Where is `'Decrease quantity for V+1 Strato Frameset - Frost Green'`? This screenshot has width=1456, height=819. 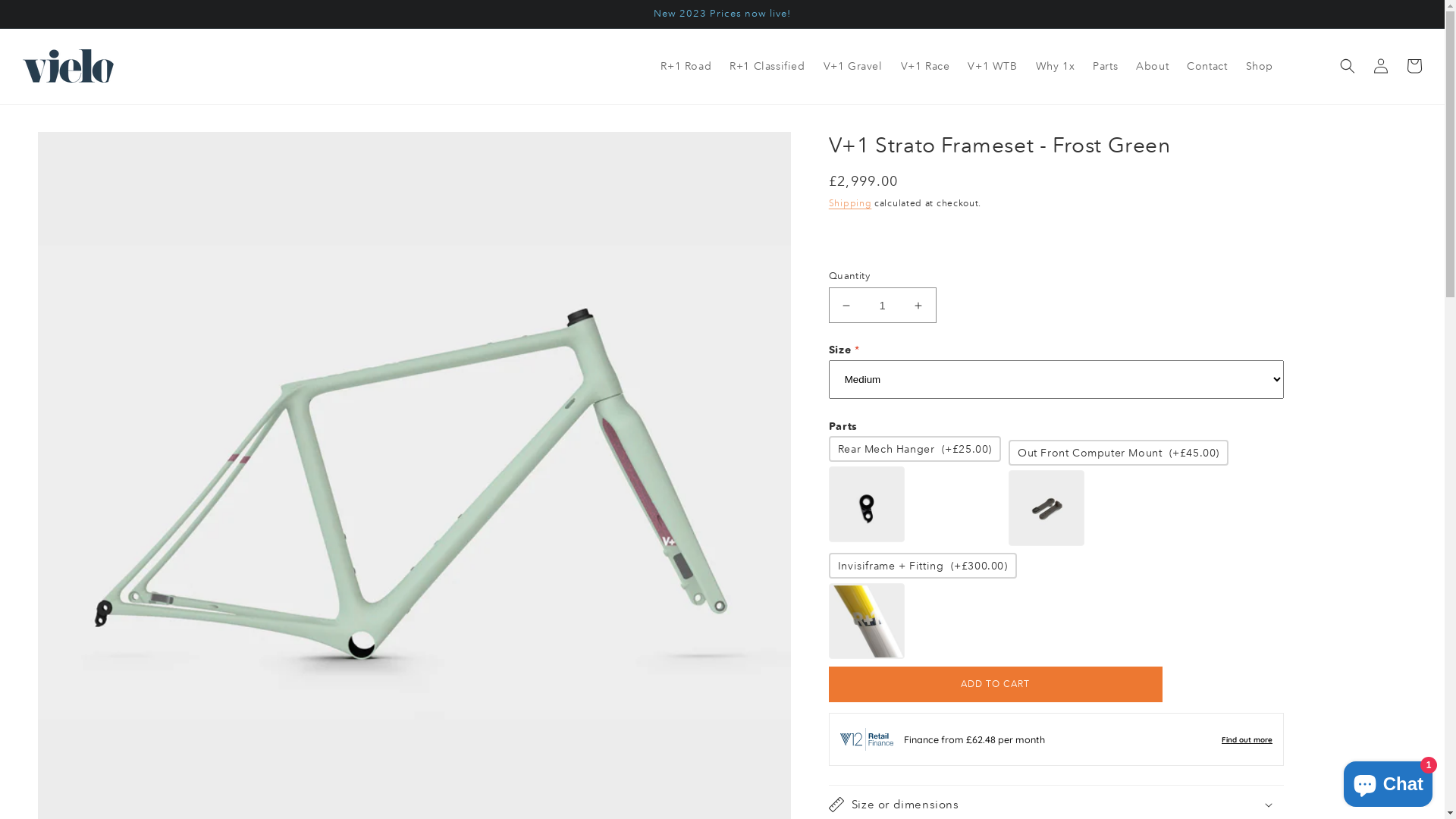 'Decrease quantity for V+1 Strato Frameset - Frost Green' is located at coordinates (829, 305).